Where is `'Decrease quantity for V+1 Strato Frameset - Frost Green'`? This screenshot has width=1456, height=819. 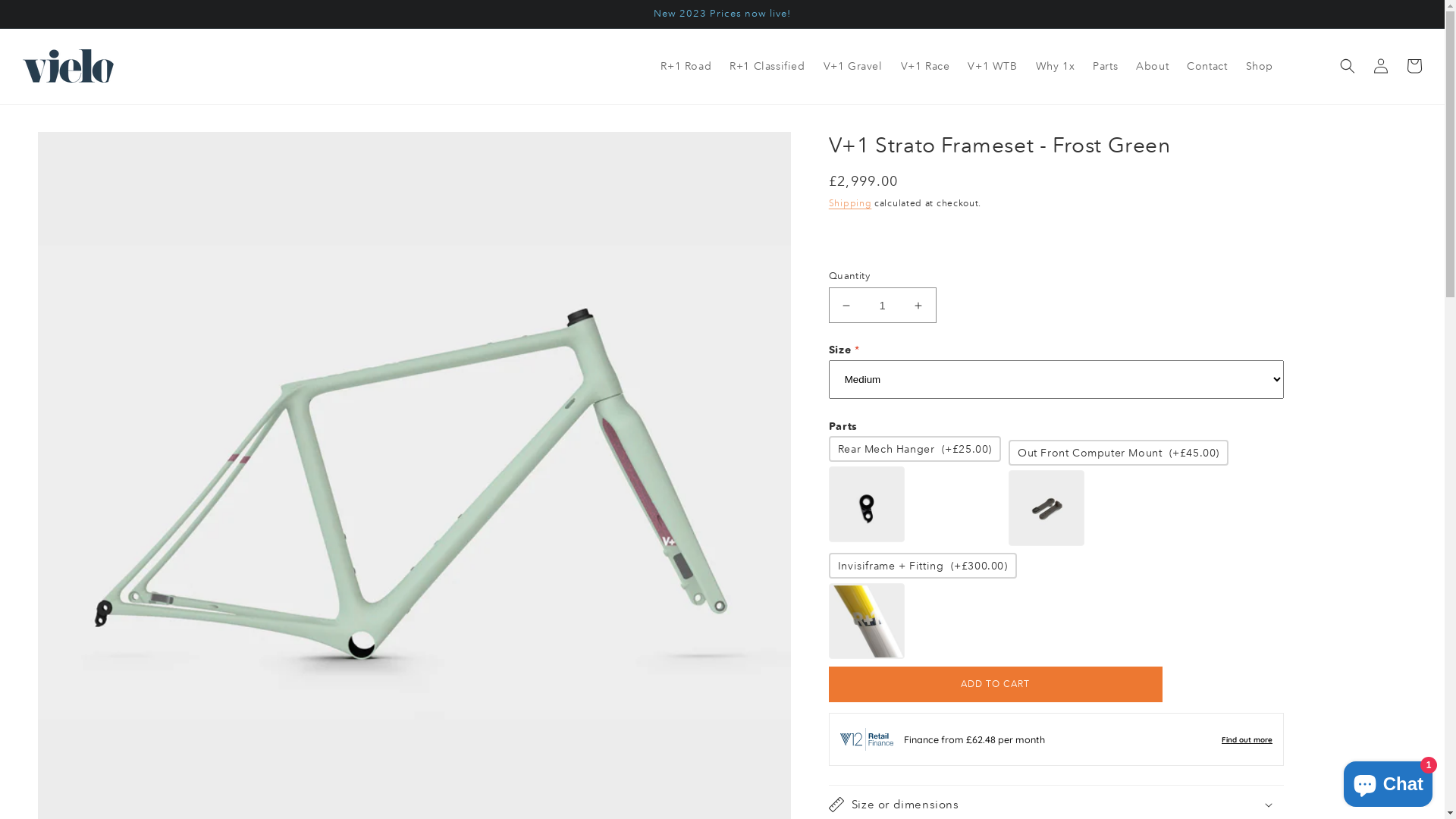 'Decrease quantity for V+1 Strato Frameset - Frost Green' is located at coordinates (829, 305).